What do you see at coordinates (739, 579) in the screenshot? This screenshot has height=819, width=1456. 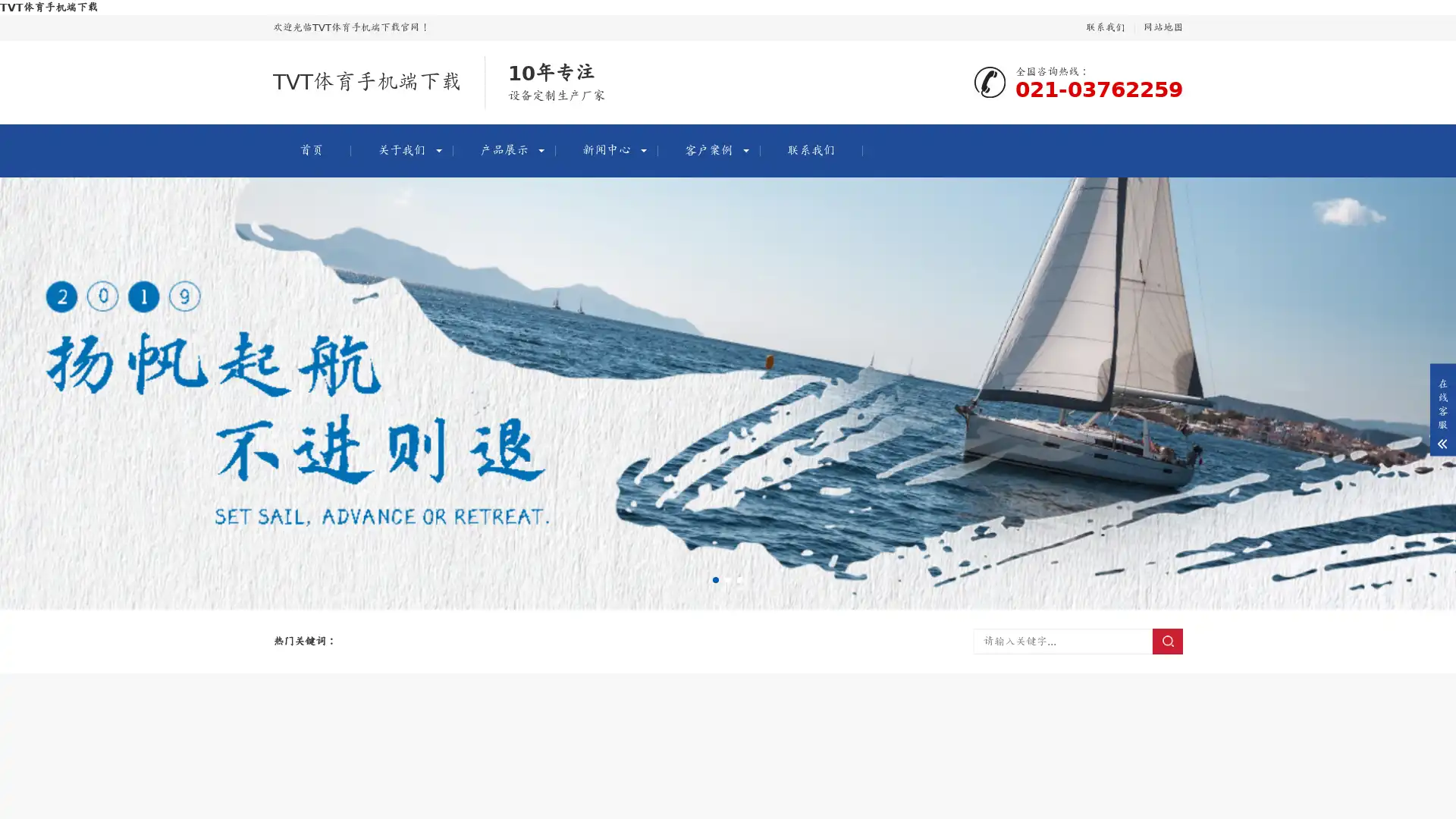 I see `Go to slide 3` at bounding box center [739, 579].